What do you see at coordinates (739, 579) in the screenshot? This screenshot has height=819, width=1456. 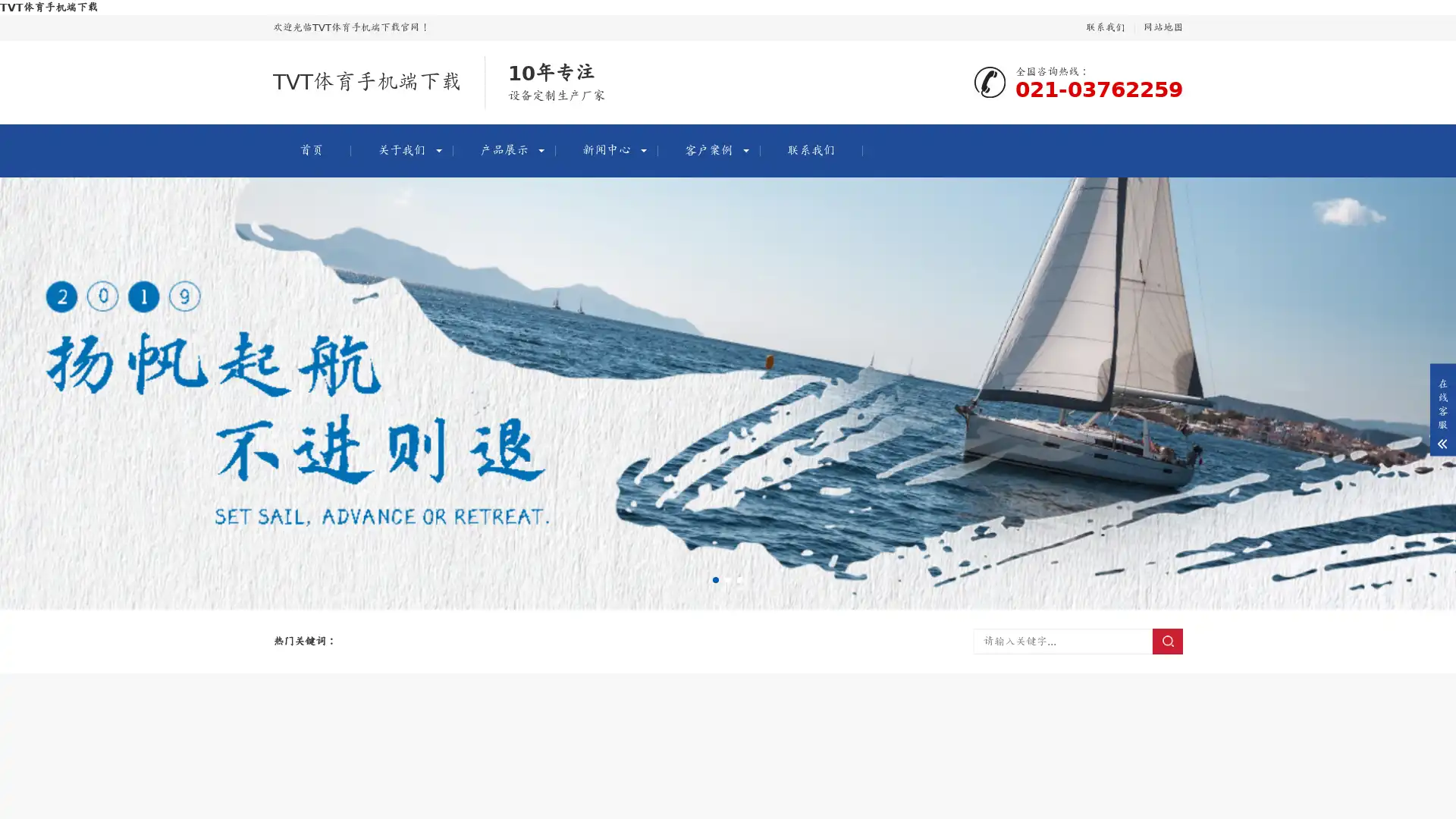 I see `Go to slide 3` at bounding box center [739, 579].